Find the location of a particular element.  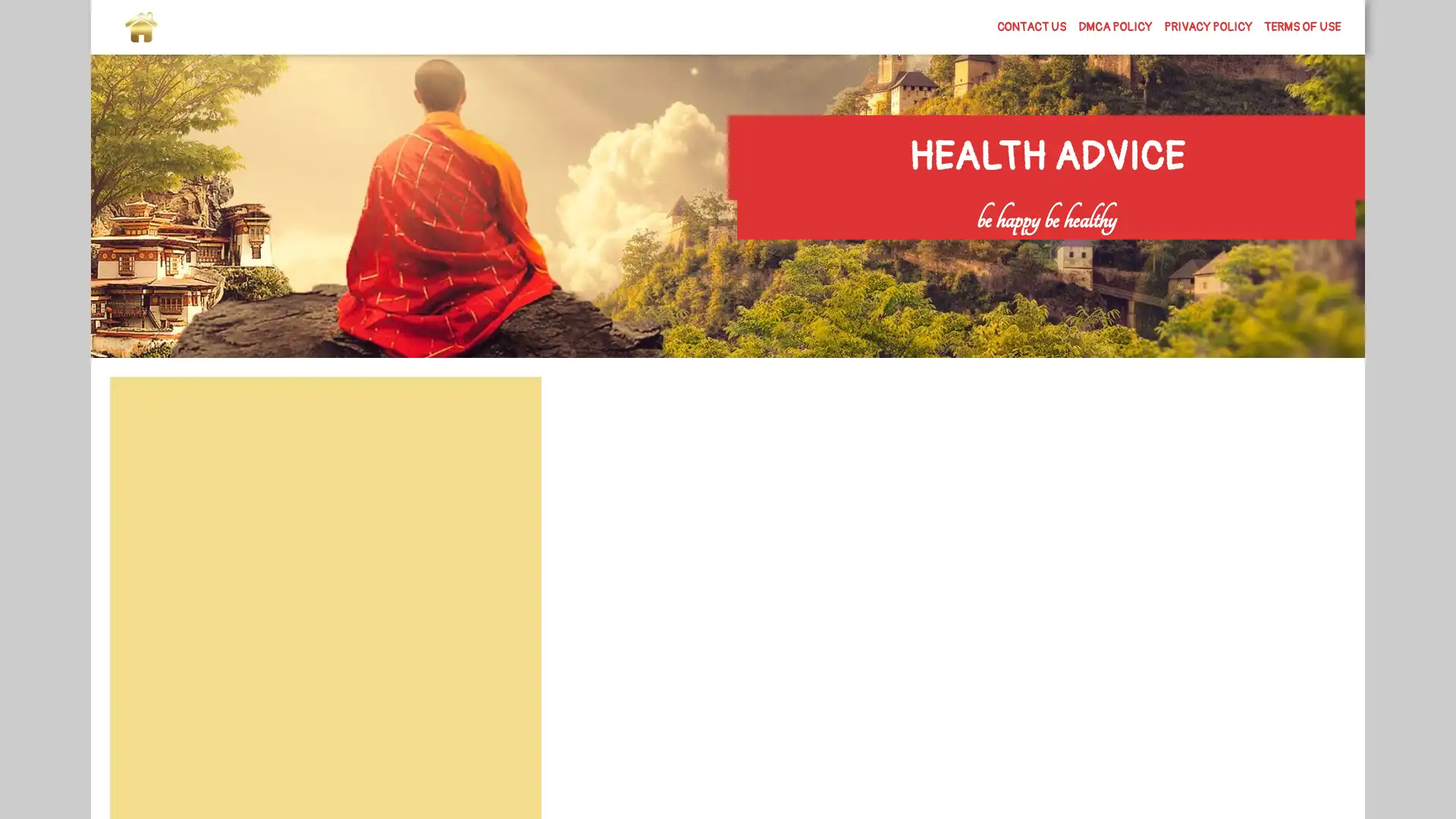

Search is located at coordinates (506, 413).